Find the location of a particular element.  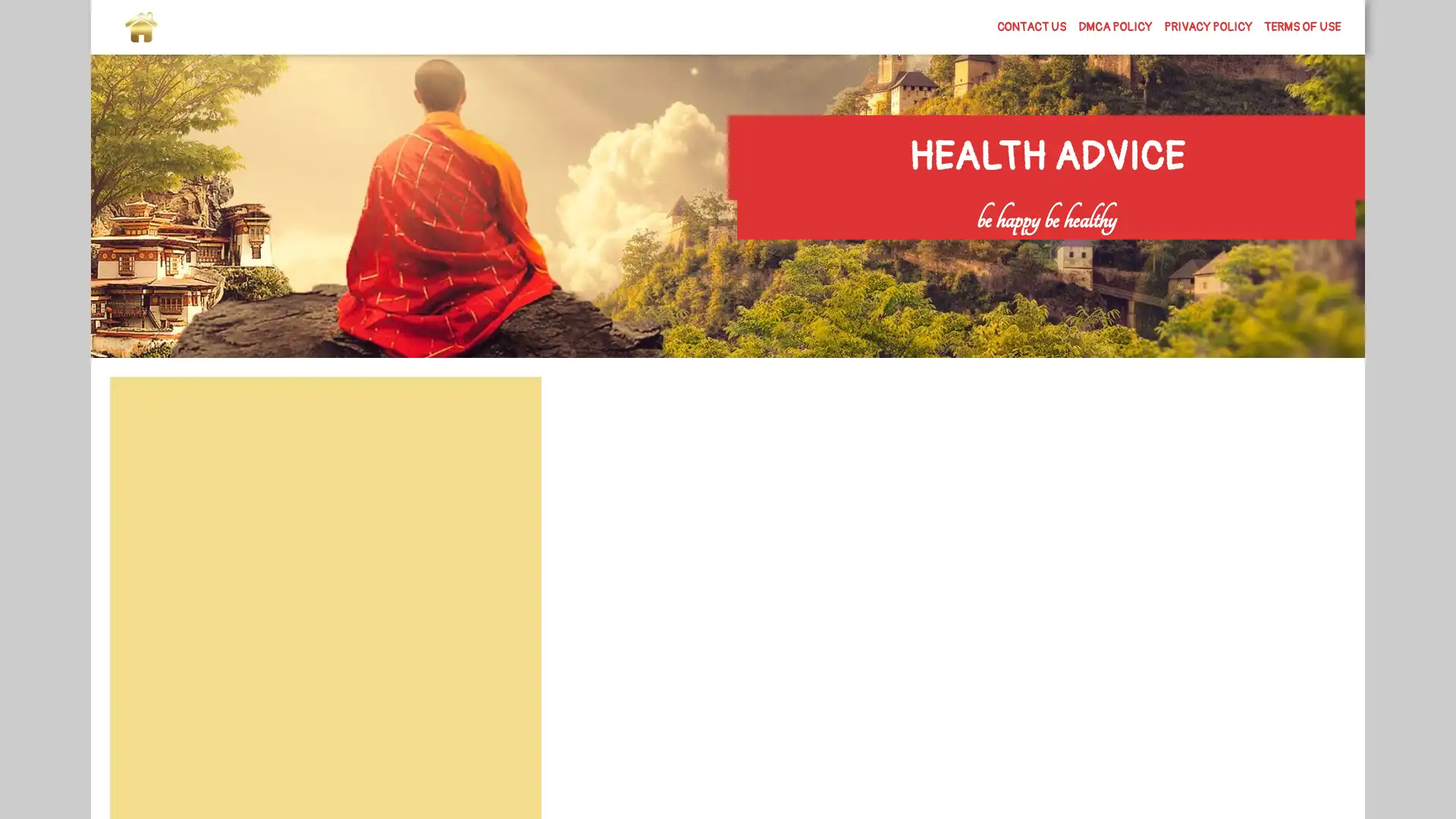

Search is located at coordinates (506, 413).